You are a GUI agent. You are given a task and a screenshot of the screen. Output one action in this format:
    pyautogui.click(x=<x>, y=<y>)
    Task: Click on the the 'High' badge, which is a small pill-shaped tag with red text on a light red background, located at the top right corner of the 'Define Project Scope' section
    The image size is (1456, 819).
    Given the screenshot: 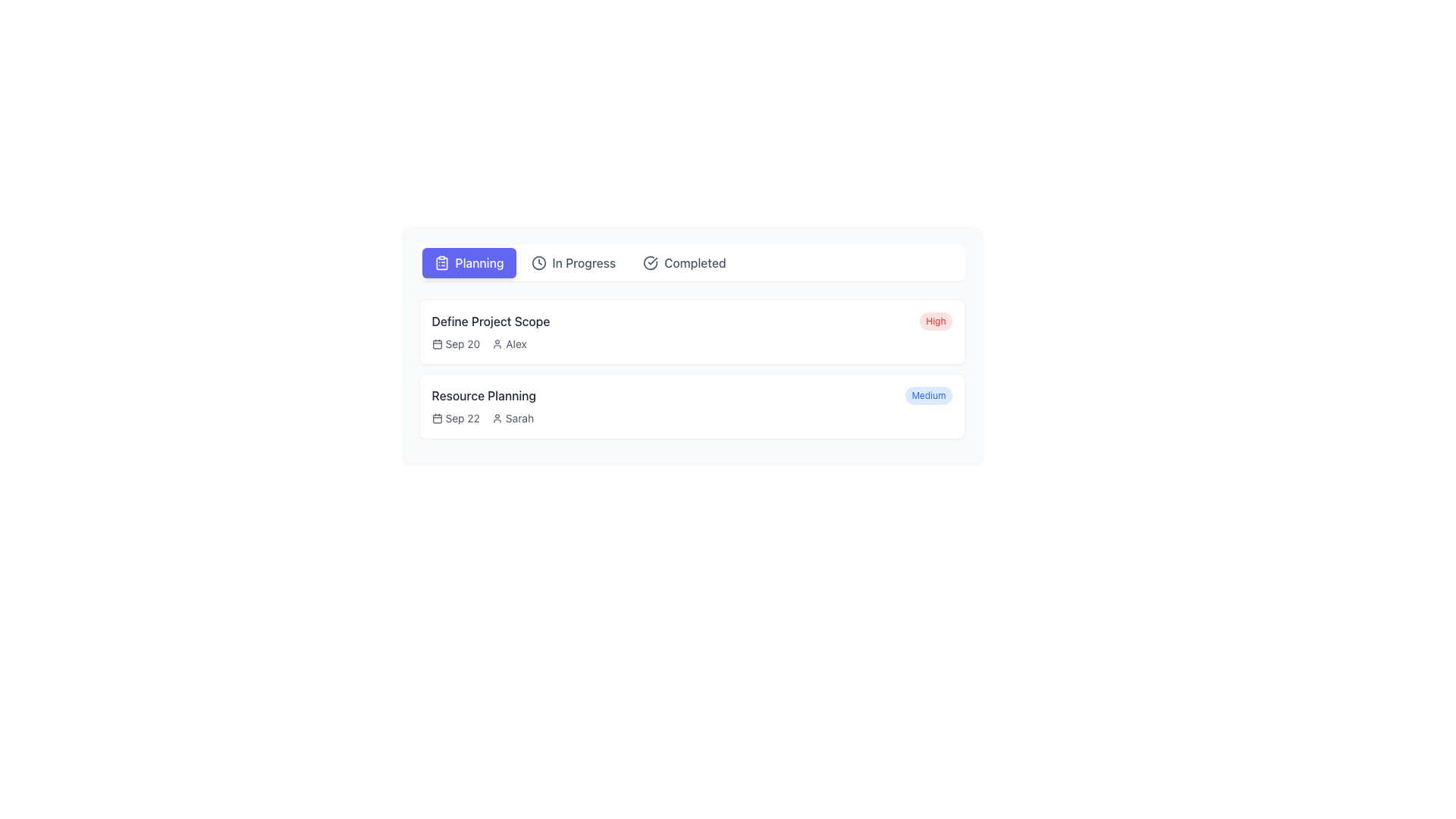 What is the action you would take?
    pyautogui.click(x=935, y=321)
    